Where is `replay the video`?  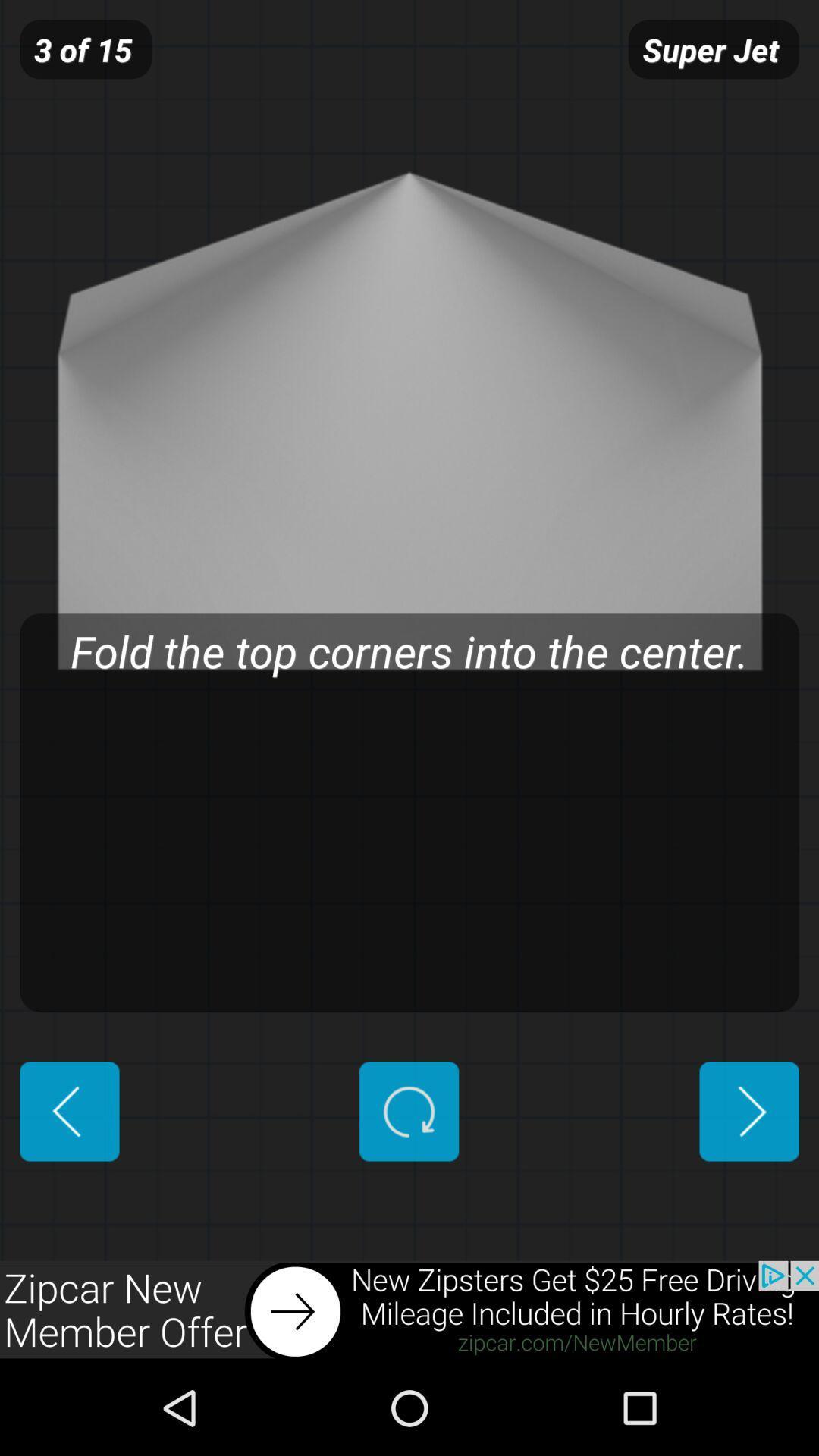
replay the video is located at coordinates (408, 1111).